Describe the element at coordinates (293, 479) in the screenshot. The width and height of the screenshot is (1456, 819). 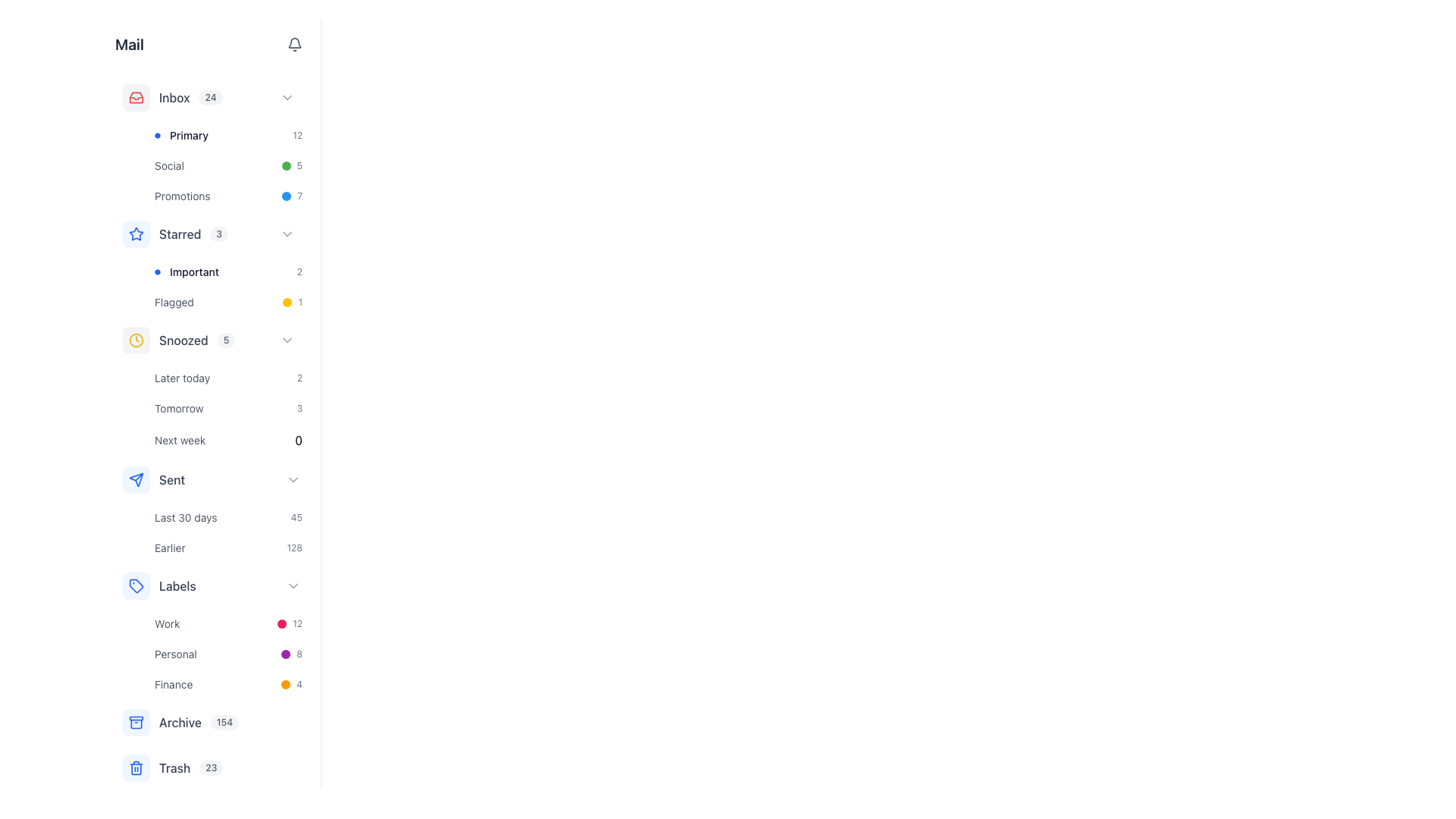
I see `the right-facing chevron icon for dropdown toggle located adjacent to the 'Sent' text label` at that location.